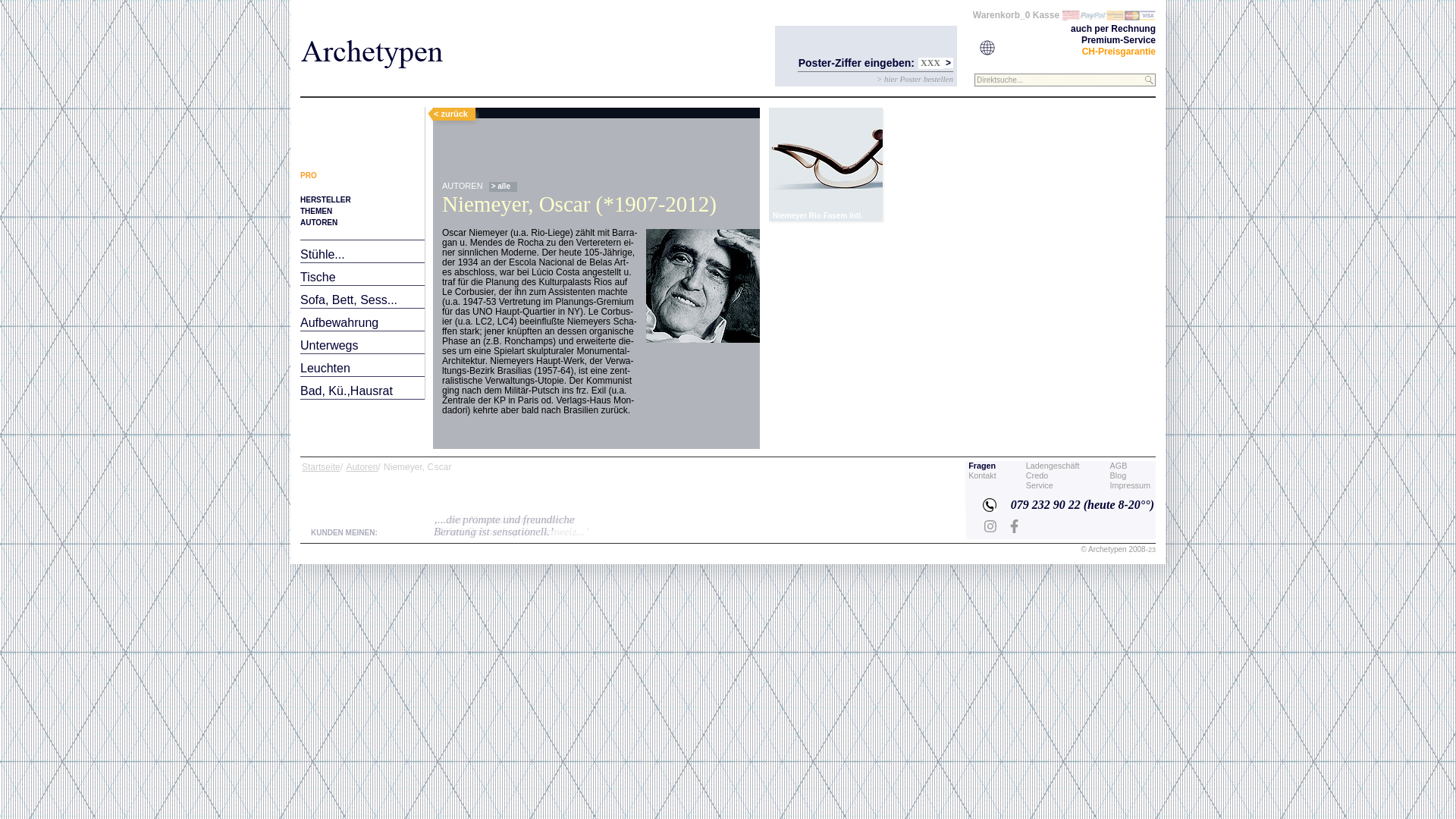 The image size is (1456, 819). I want to click on 'Kasse', so click(1045, 14).